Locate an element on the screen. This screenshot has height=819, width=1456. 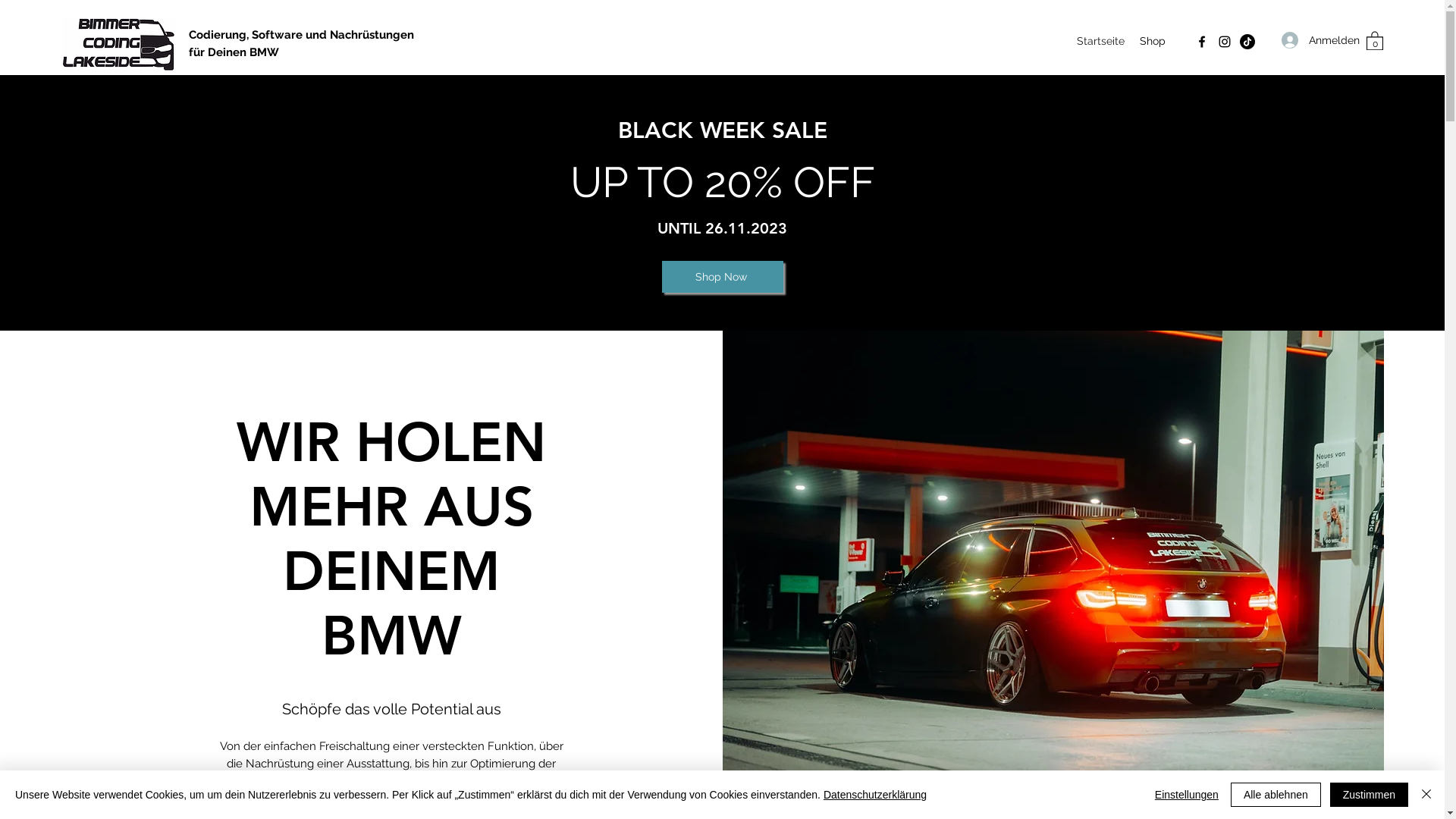
'0' is located at coordinates (1375, 39).